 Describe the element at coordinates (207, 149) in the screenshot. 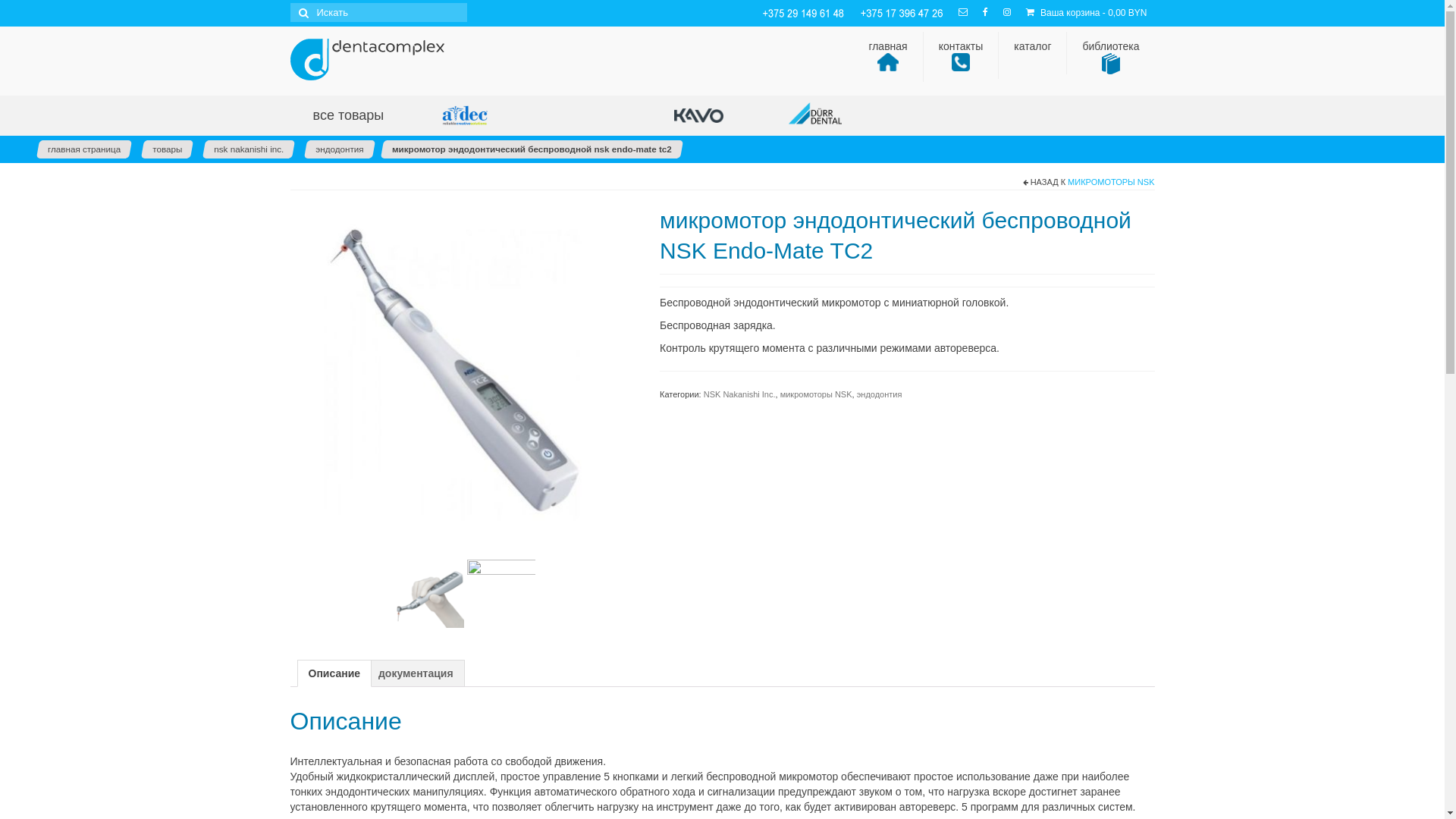

I see `'nsk nakanishi inc.'` at that location.